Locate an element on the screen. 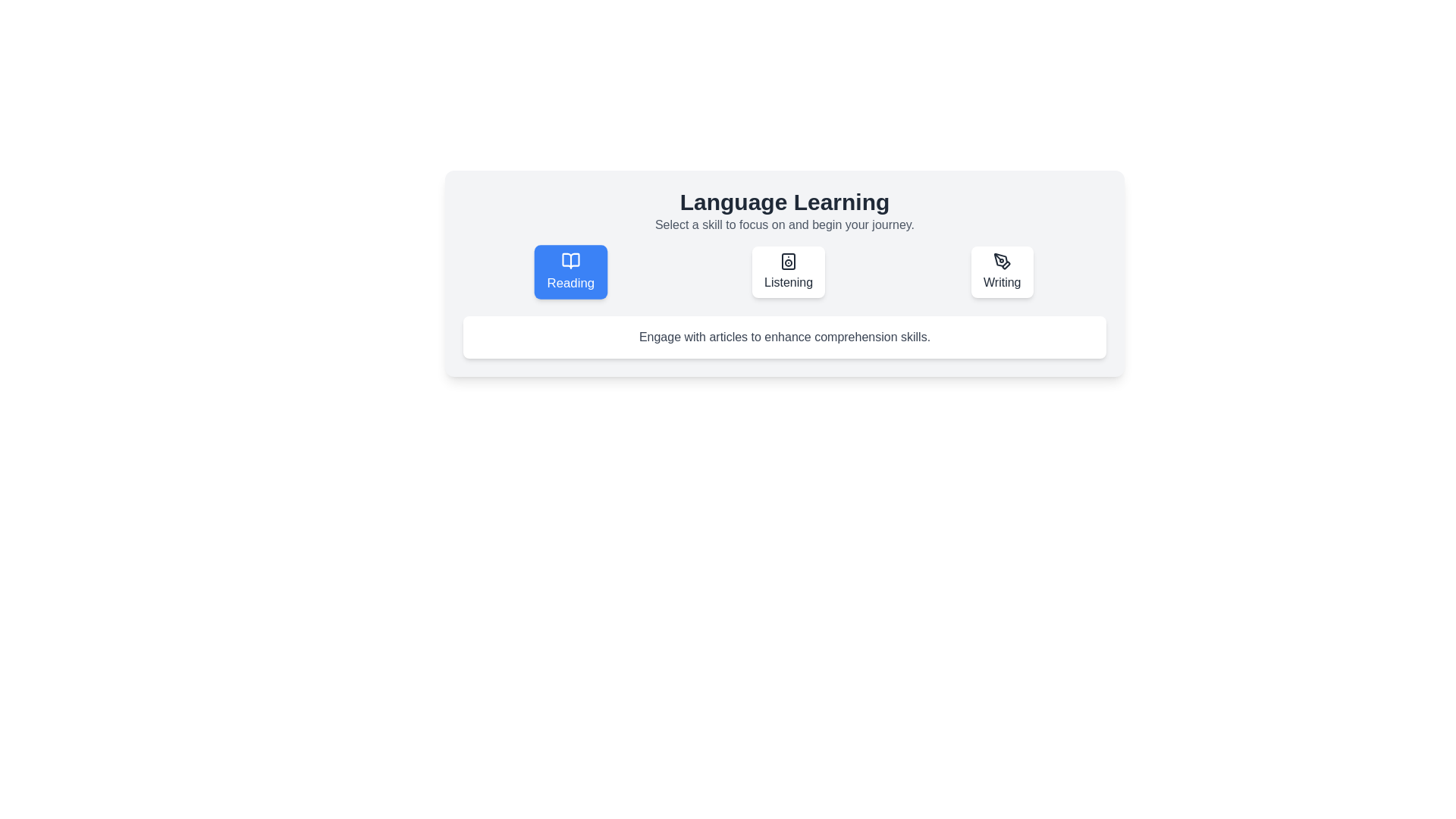 This screenshot has height=819, width=1456. text content of the descriptive text label that says 'Engage with articles to enhance comprehension skills.' located below the main heading 'Language Learning' and the three skill buttons is located at coordinates (785, 336).